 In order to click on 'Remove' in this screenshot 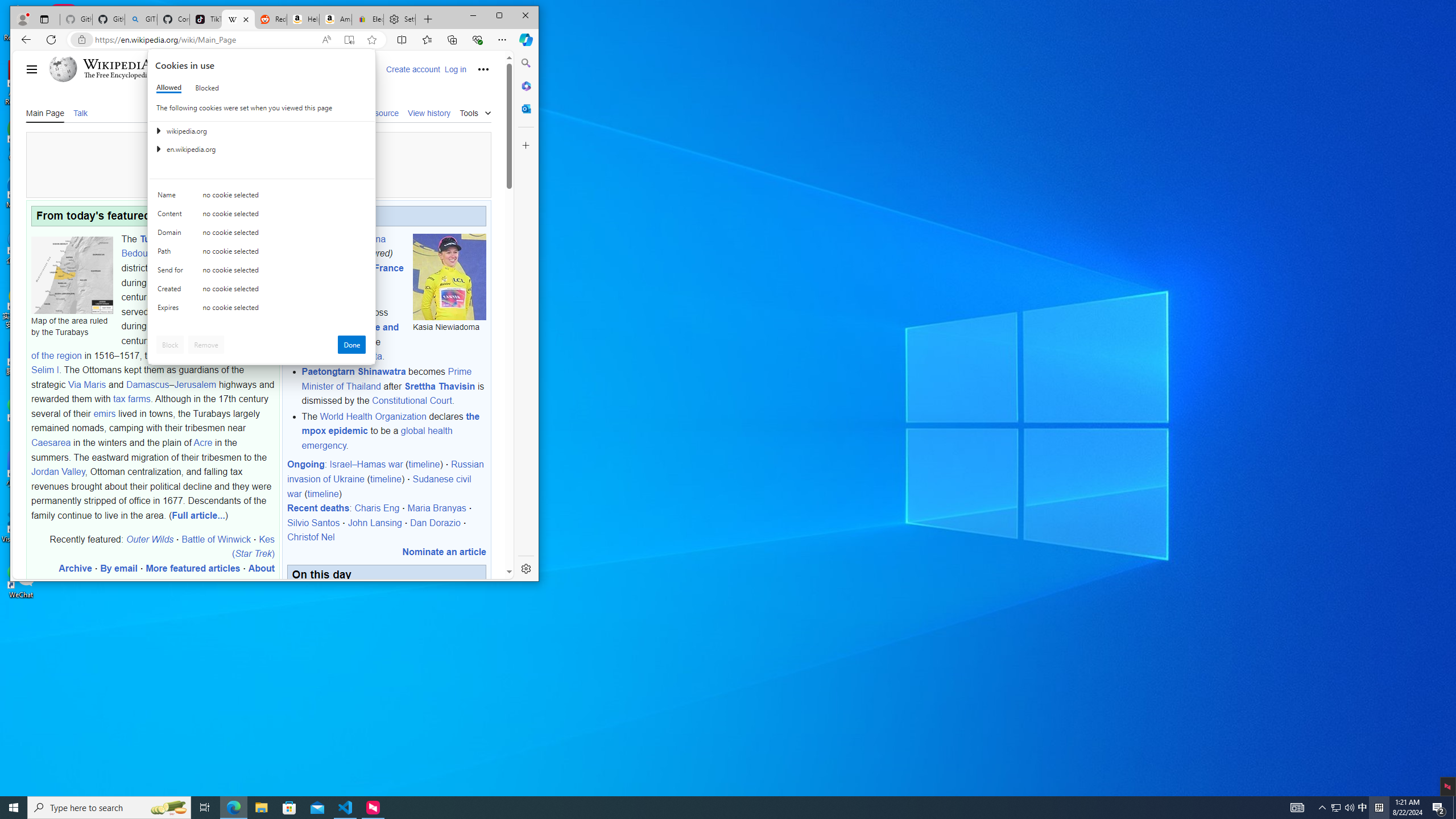, I will do `click(206, 344)`.